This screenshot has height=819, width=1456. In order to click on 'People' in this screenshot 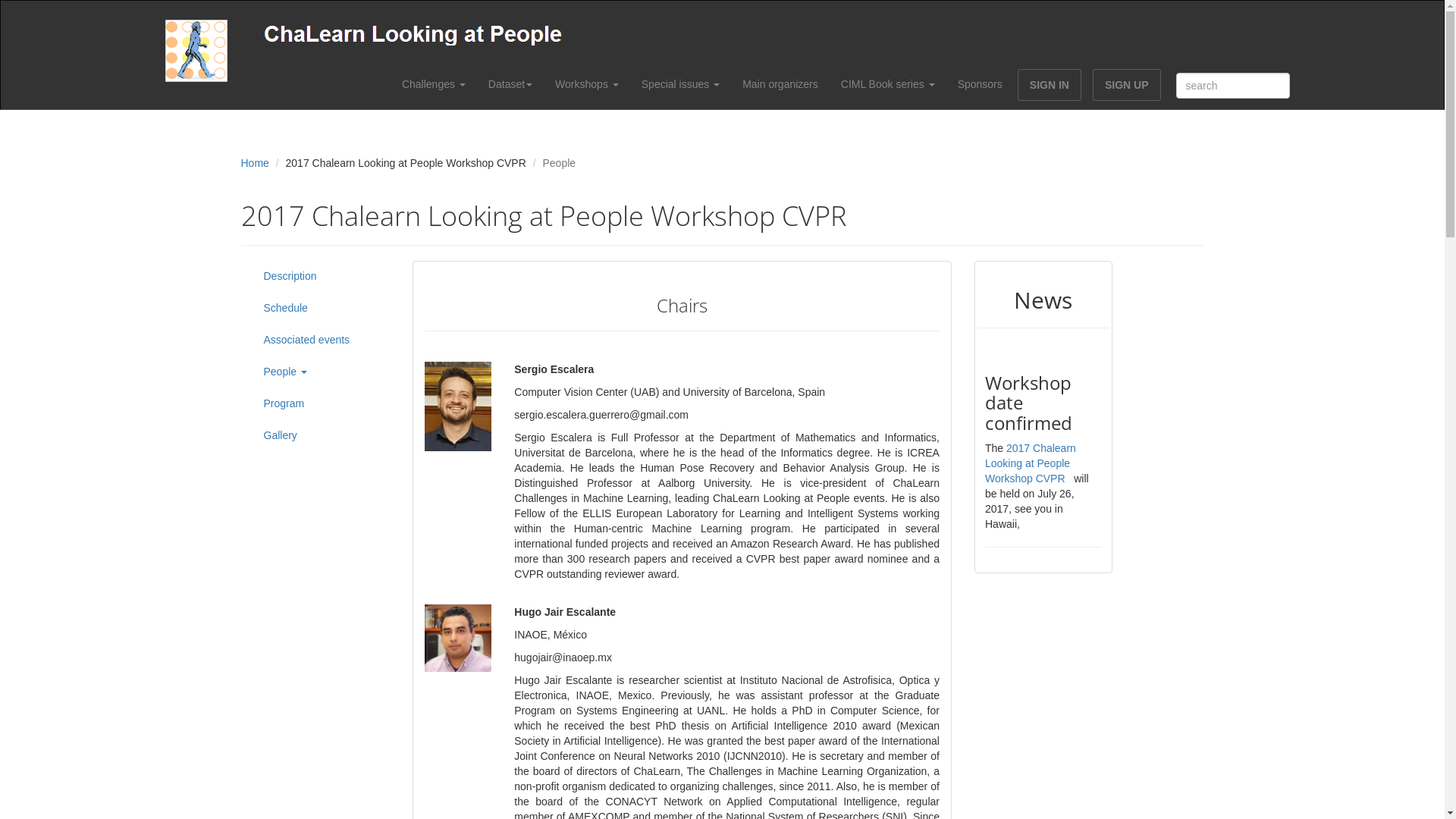, I will do `click(319, 371)`.